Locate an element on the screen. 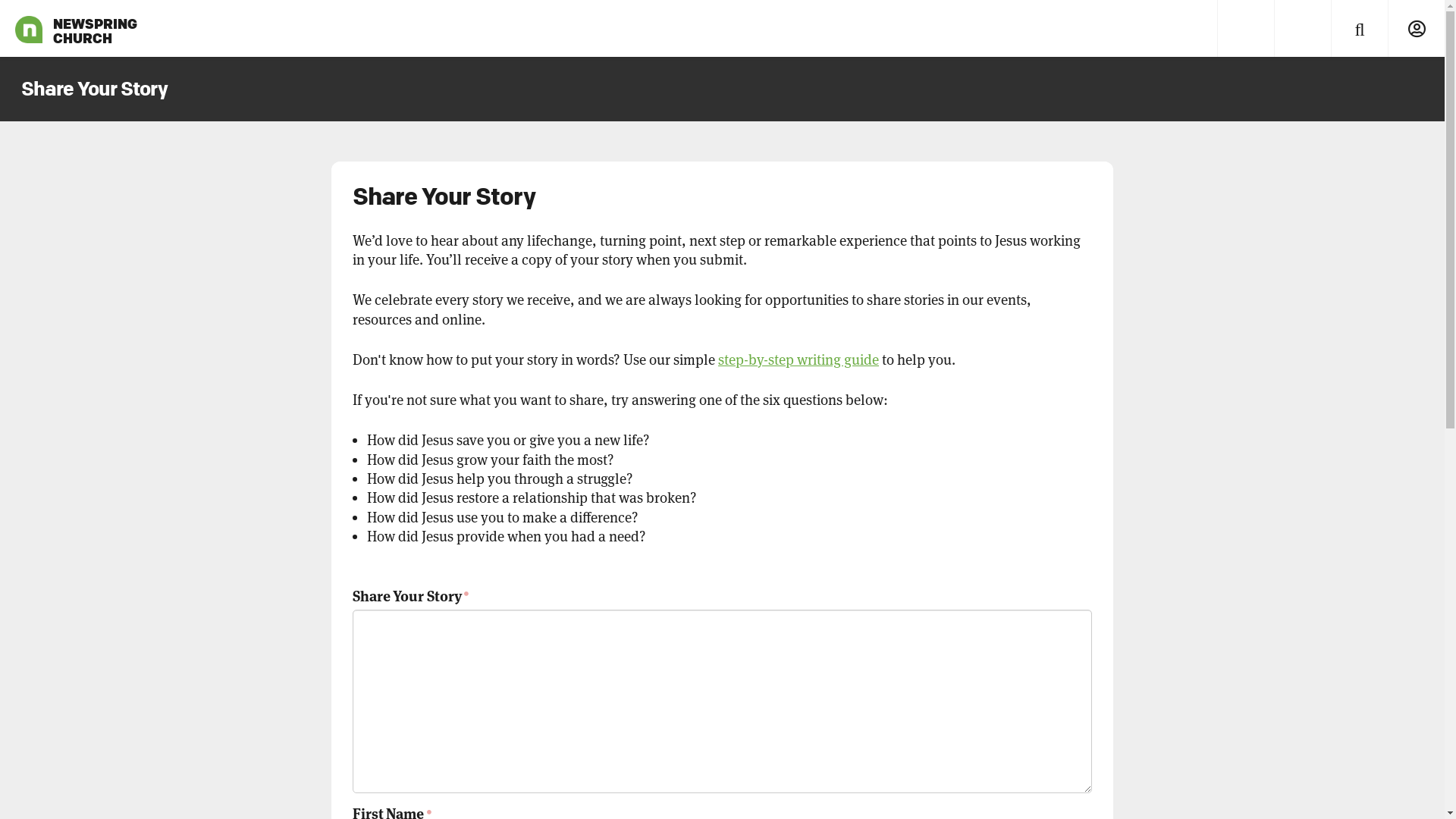 The image size is (1456, 819). 'Search' is located at coordinates (1330, 28).